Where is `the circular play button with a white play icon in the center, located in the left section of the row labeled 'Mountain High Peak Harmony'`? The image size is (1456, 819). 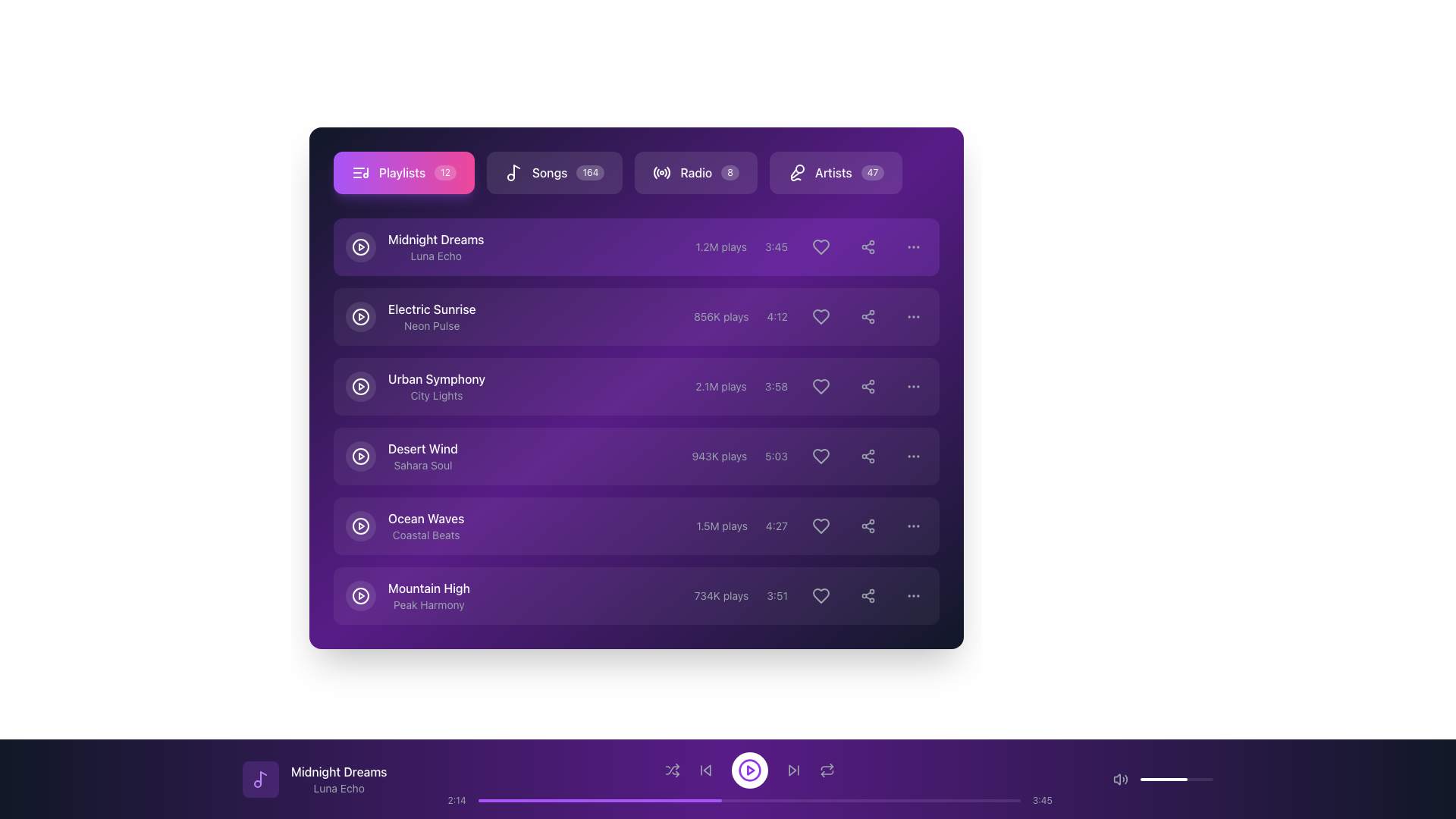
the circular play button with a white play icon in the center, located in the left section of the row labeled 'Mountain High Peak Harmony' is located at coordinates (359, 595).